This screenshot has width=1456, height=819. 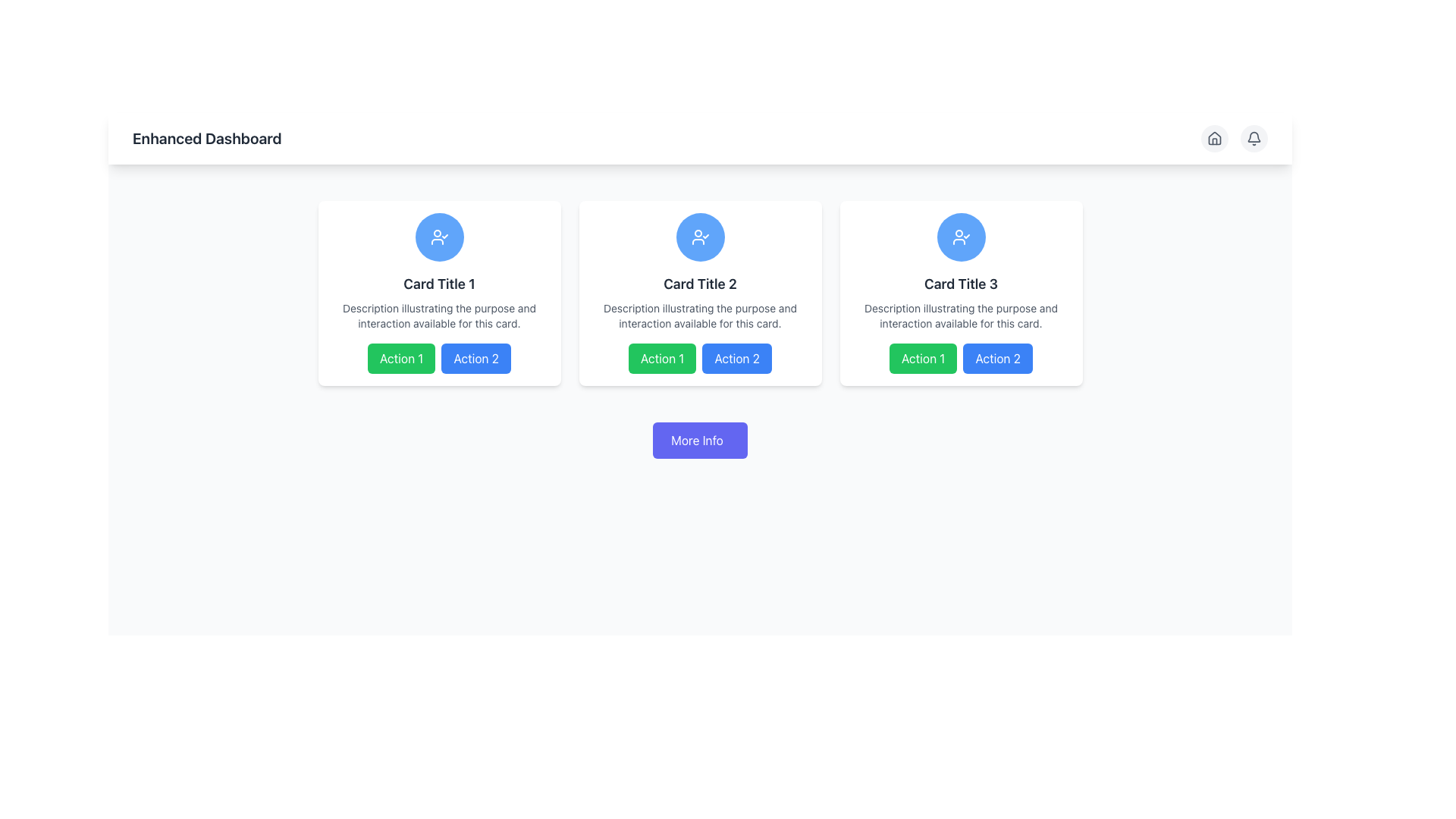 What do you see at coordinates (699, 359) in the screenshot?
I see `the 'Action 1' button located at the bottom of the second card in a row of three cards` at bounding box center [699, 359].